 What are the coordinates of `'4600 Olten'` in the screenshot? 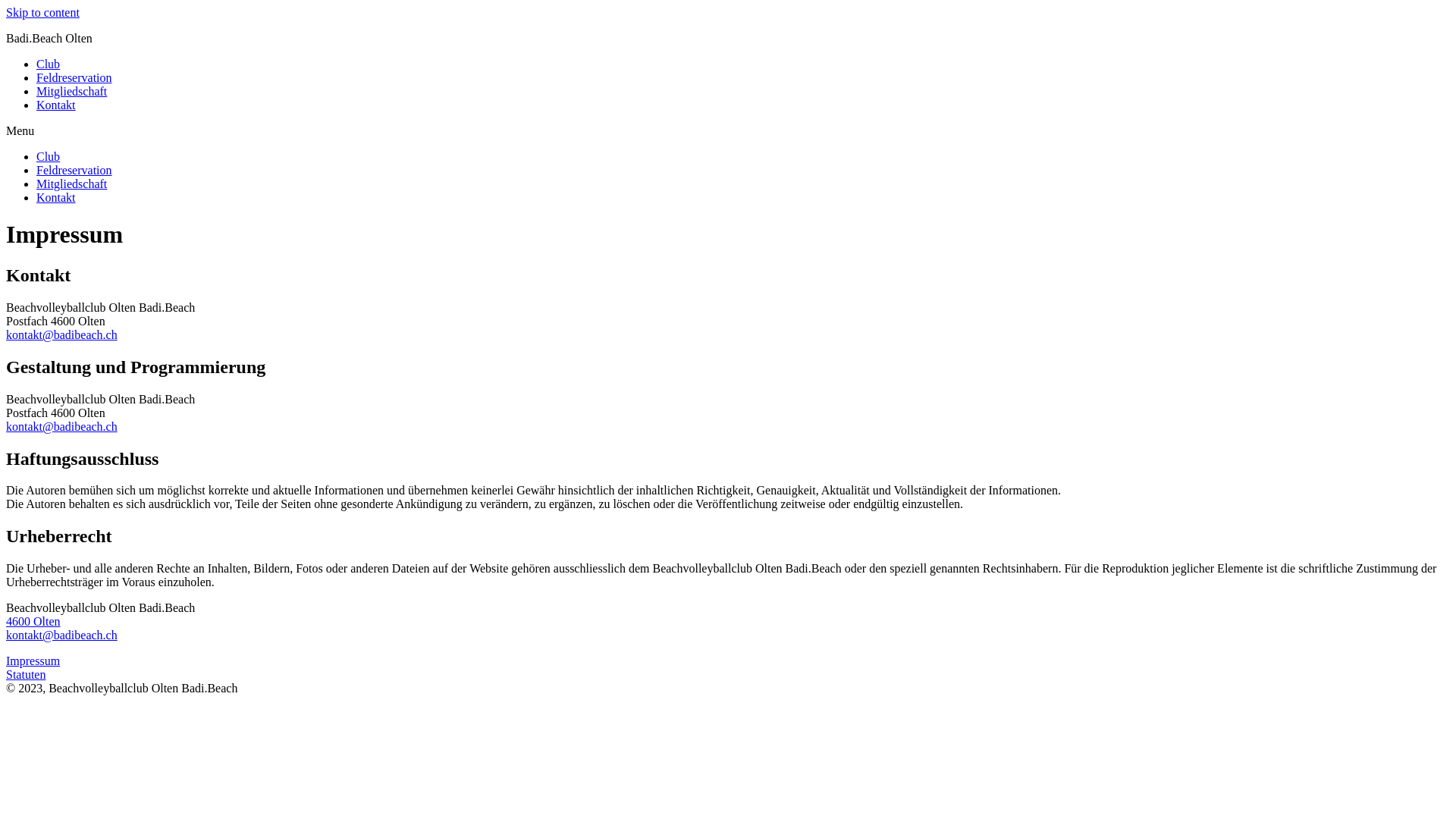 It's located at (33, 621).